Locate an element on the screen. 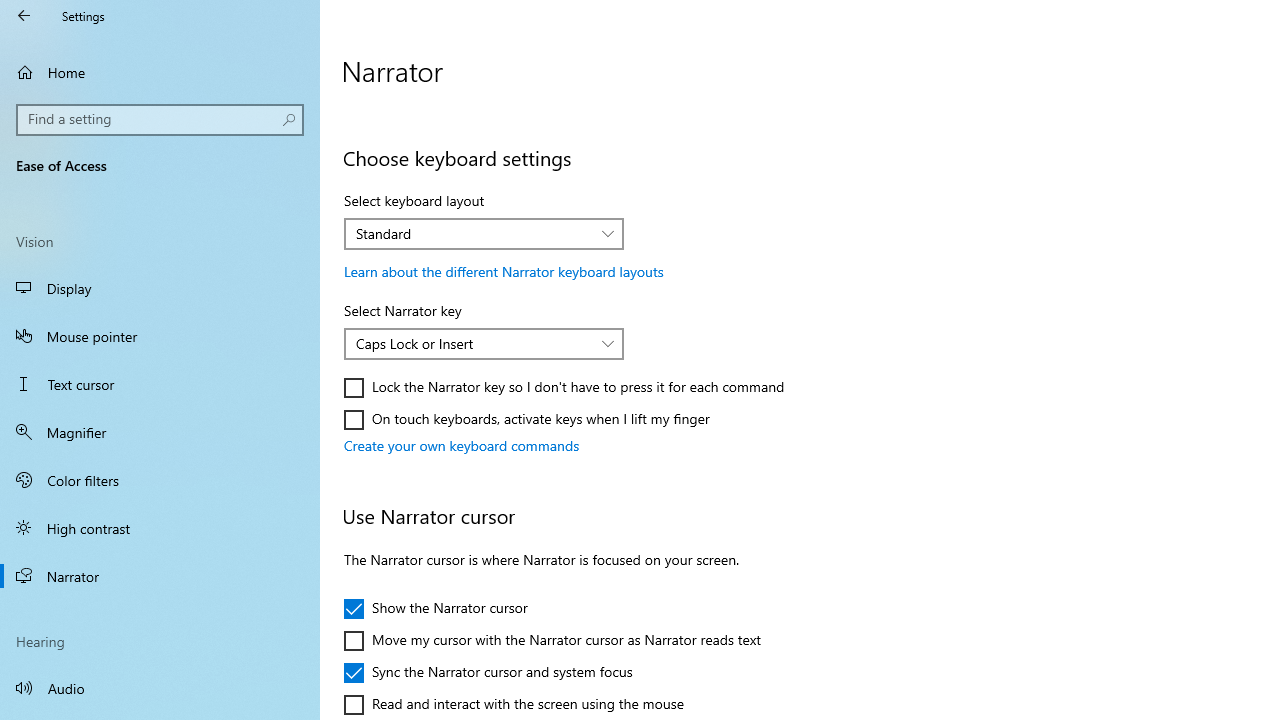 Image resolution: width=1280 pixels, height=720 pixels. 'Audio' is located at coordinates (160, 686).